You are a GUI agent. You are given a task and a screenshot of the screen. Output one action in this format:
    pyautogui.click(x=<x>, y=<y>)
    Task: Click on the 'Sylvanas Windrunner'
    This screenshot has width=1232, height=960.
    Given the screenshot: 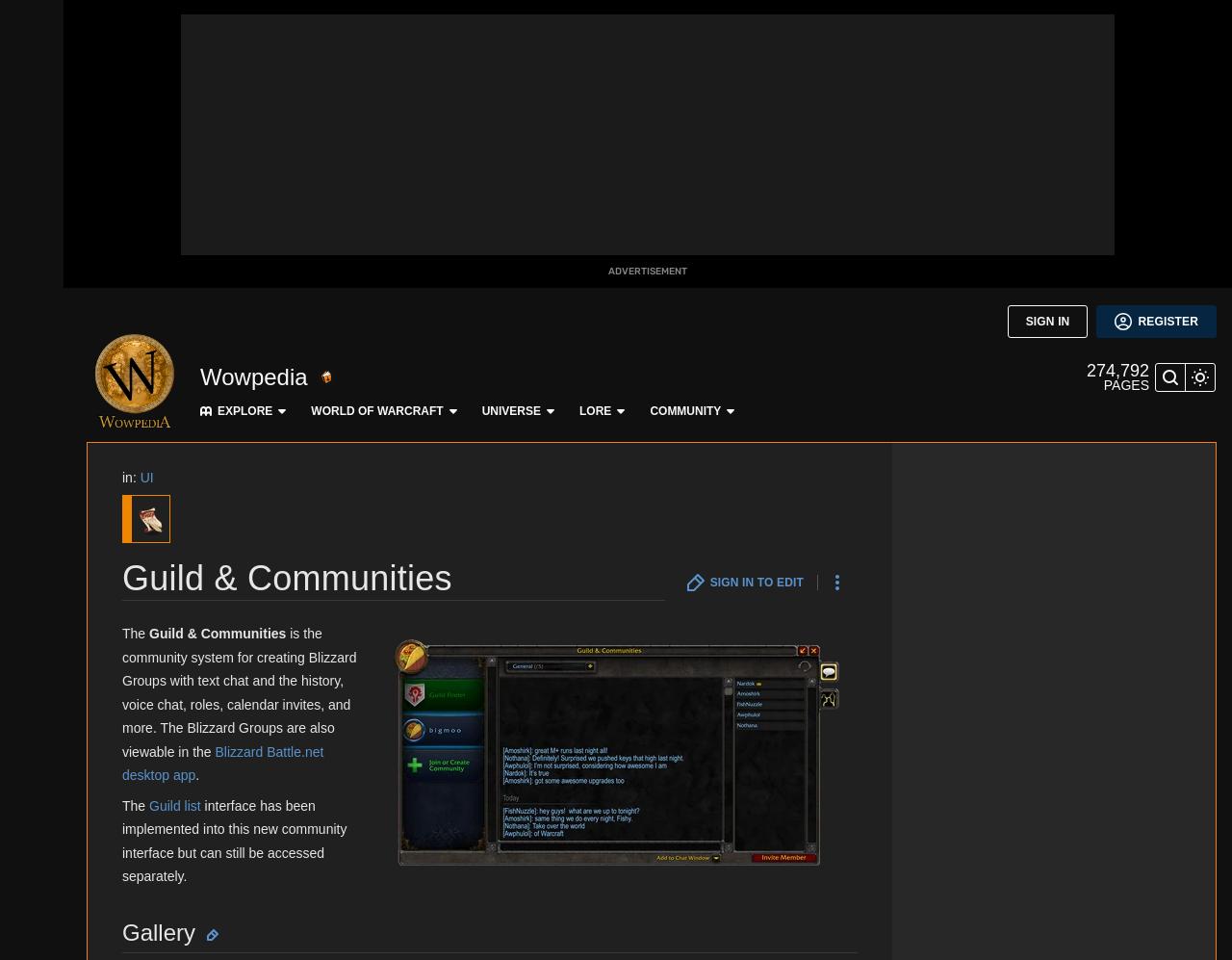 What is the action you would take?
    pyautogui.click(x=1037, y=312)
    